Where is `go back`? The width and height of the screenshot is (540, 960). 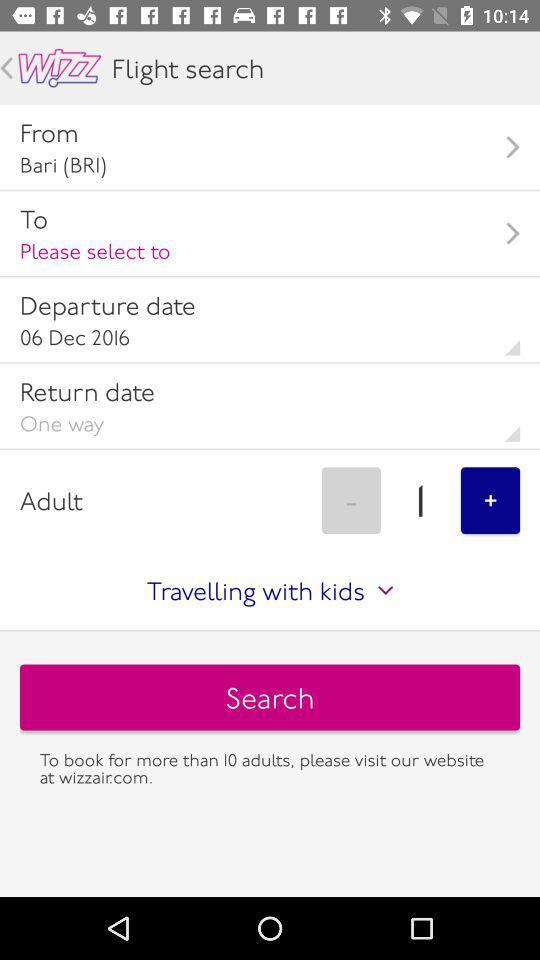 go back is located at coordinates (5, 68).